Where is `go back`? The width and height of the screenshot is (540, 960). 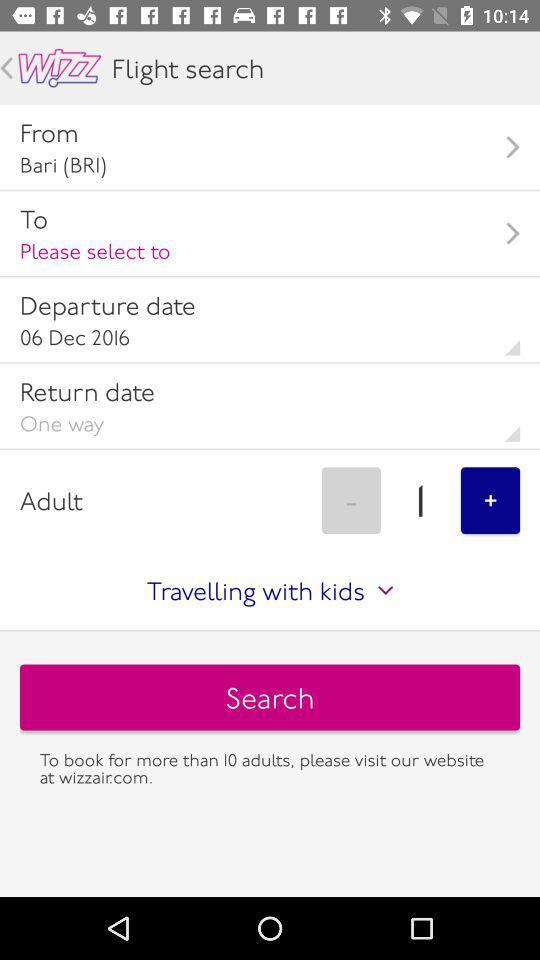 go back is located at coordinates (5, 68).